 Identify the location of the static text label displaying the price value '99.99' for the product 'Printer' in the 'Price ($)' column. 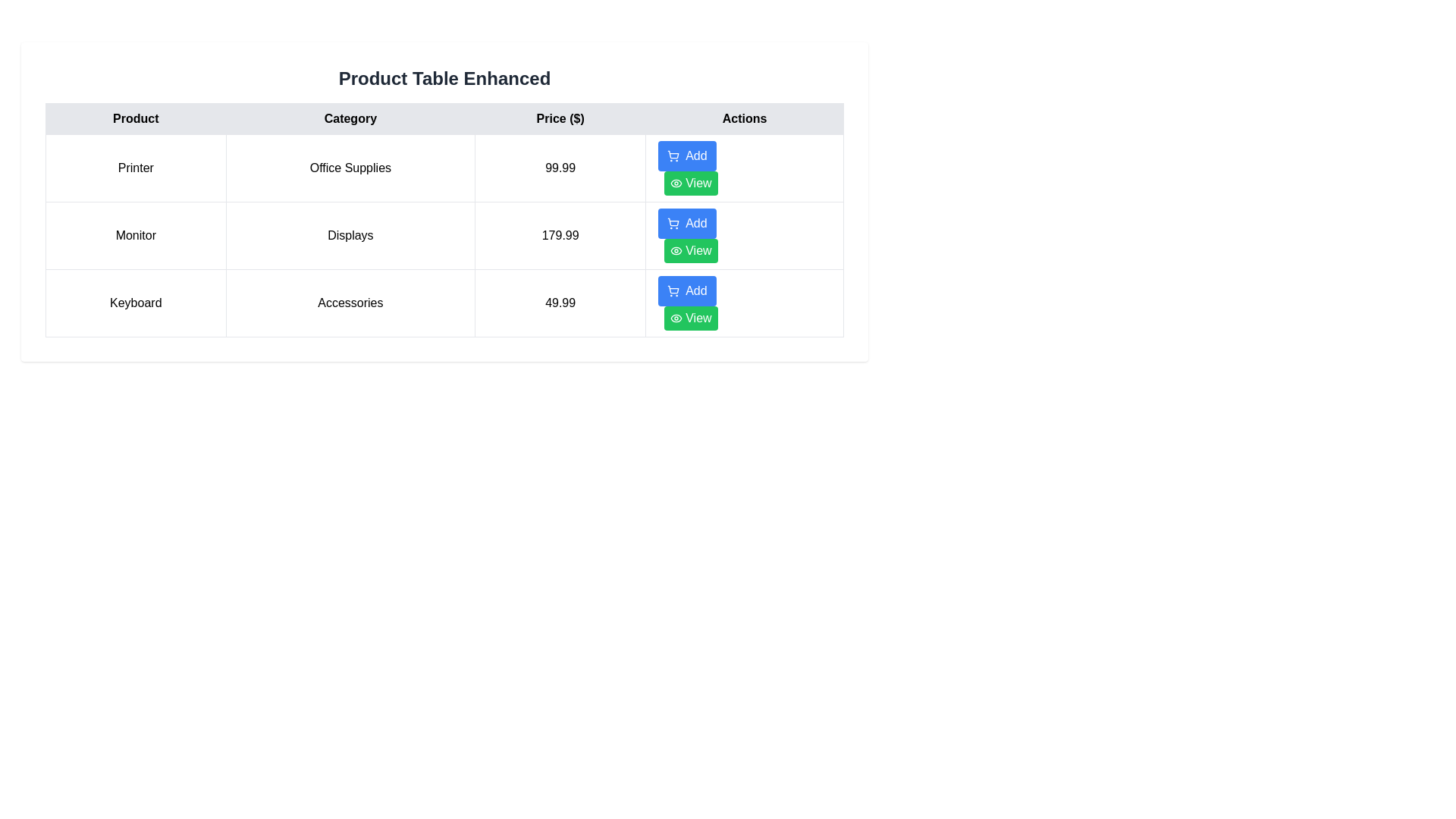
(560, 168).